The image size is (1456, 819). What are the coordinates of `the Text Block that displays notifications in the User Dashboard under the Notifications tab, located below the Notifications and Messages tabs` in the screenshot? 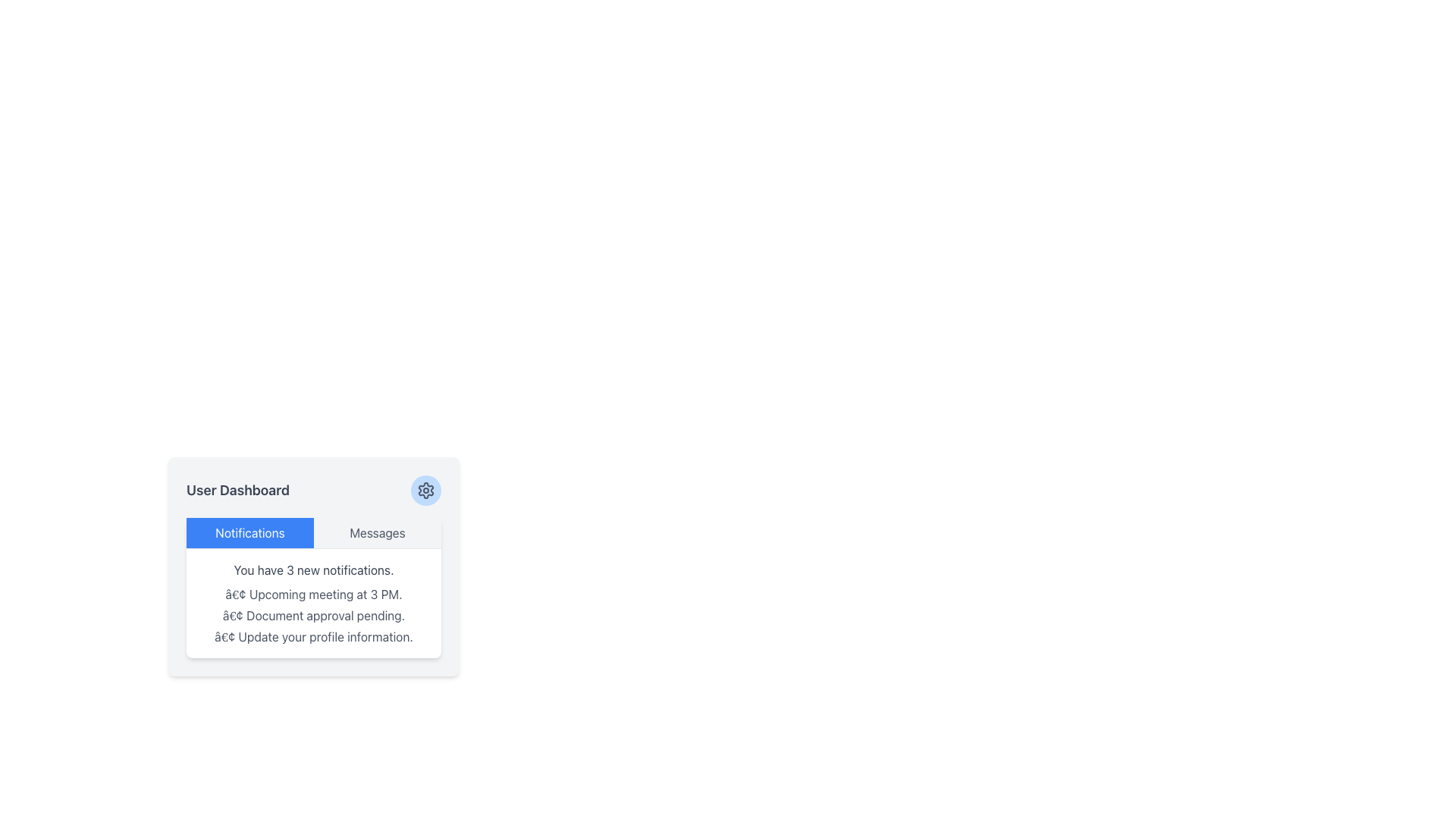 It's located at (312, 602).